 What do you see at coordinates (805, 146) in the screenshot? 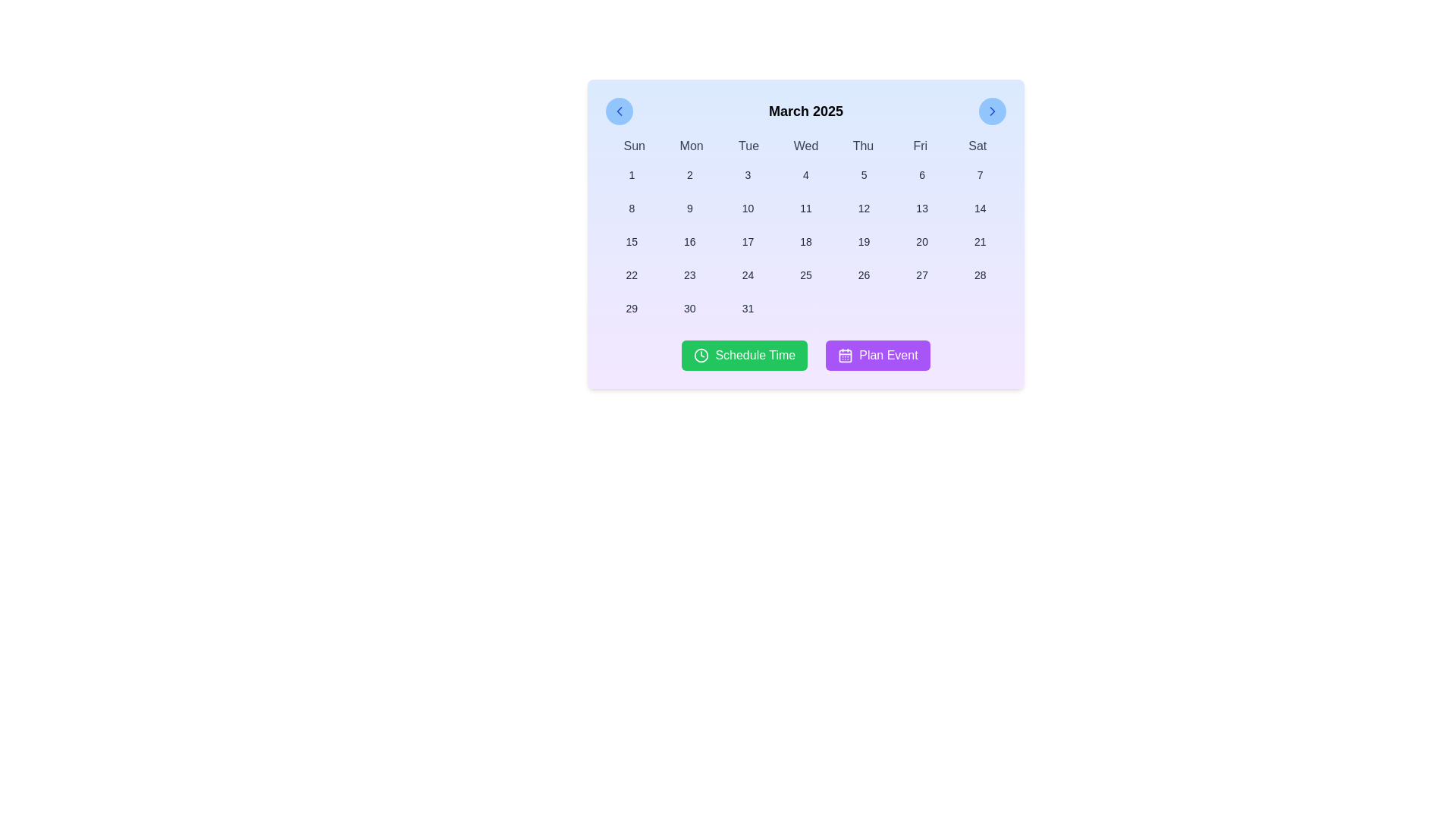
I see `the Weekday Header Row located below the month title 'March 2025' and above the calendar grid, spanning the width of the calendar` at bounding box center [805, 146].